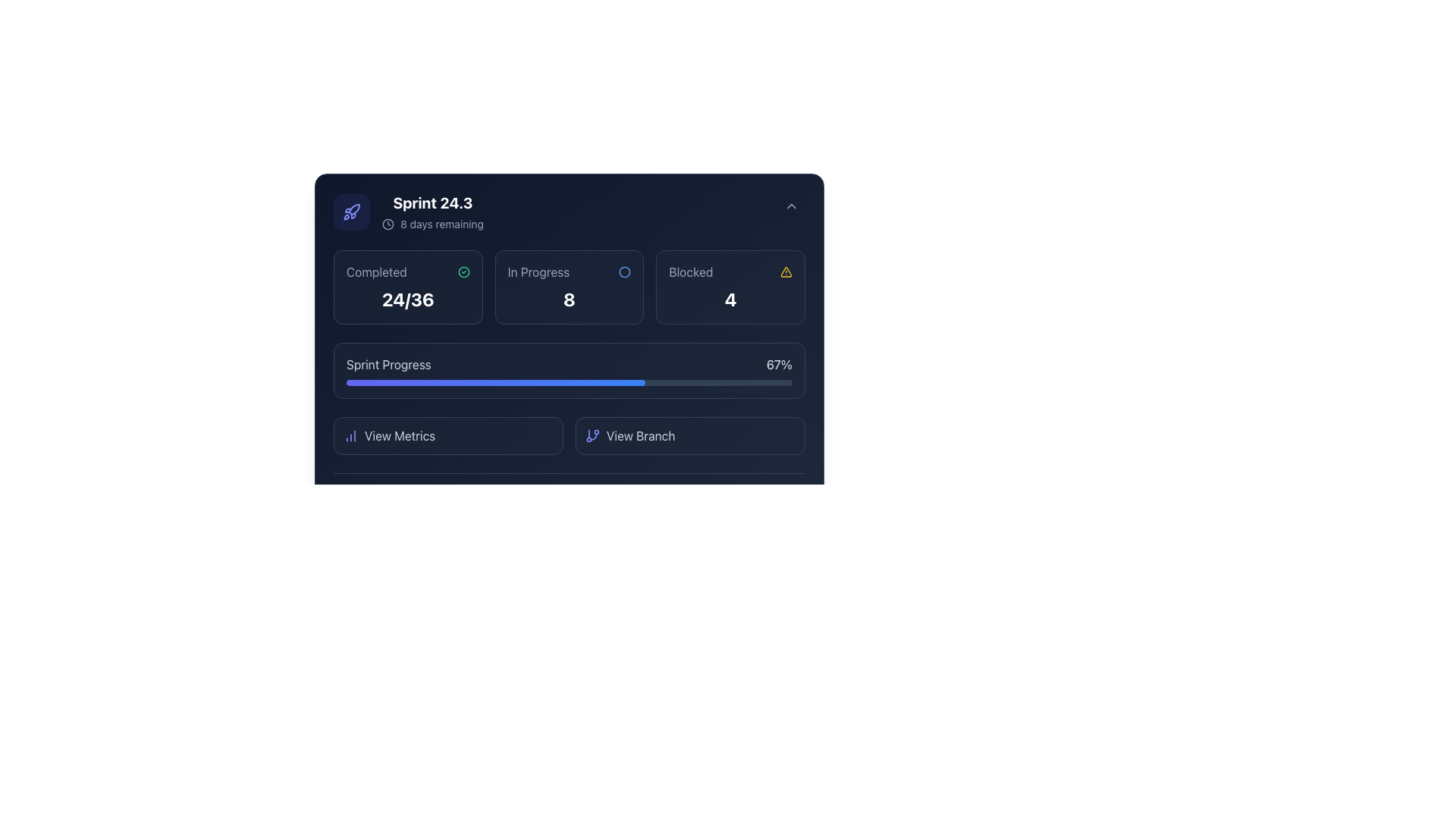  What do you see at coordinates (495, 382) in the screenshot?
I see `the progress indicator representing 67% in the 'Sprint Progress' metric` at bounding box center [495, 382].